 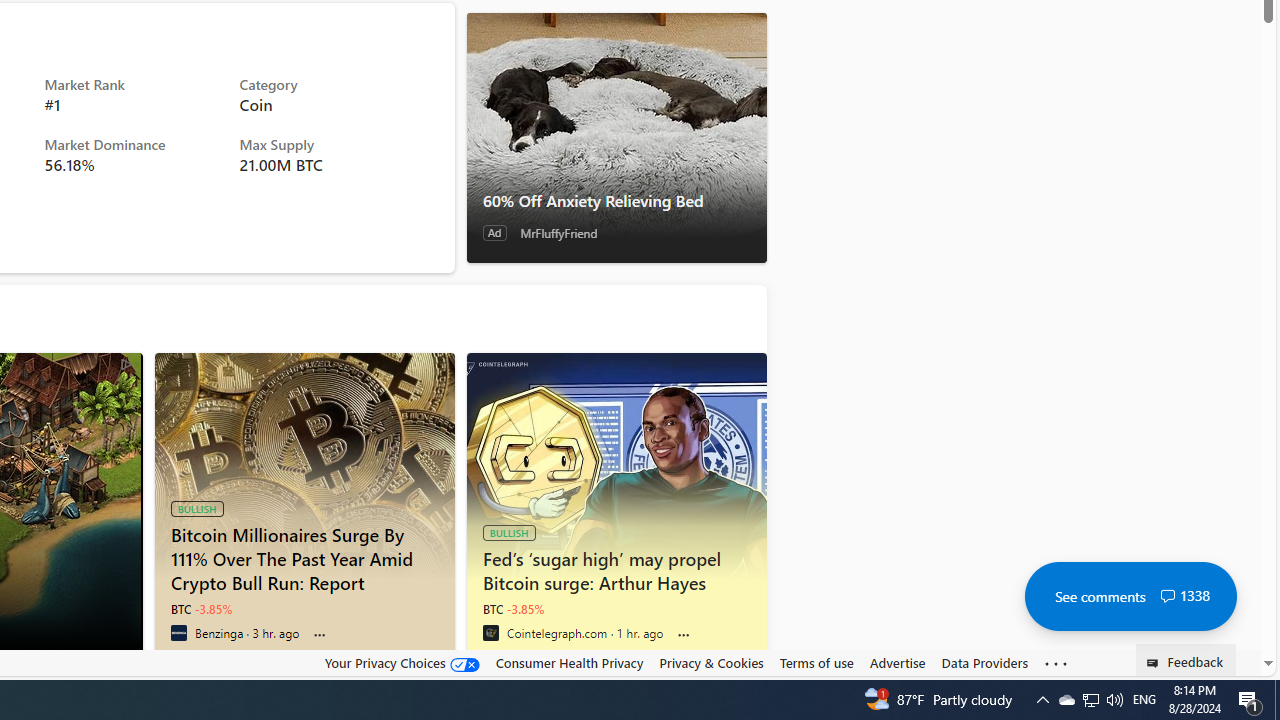 I want to click on 'Terms of use', so click(x=816, y=662).